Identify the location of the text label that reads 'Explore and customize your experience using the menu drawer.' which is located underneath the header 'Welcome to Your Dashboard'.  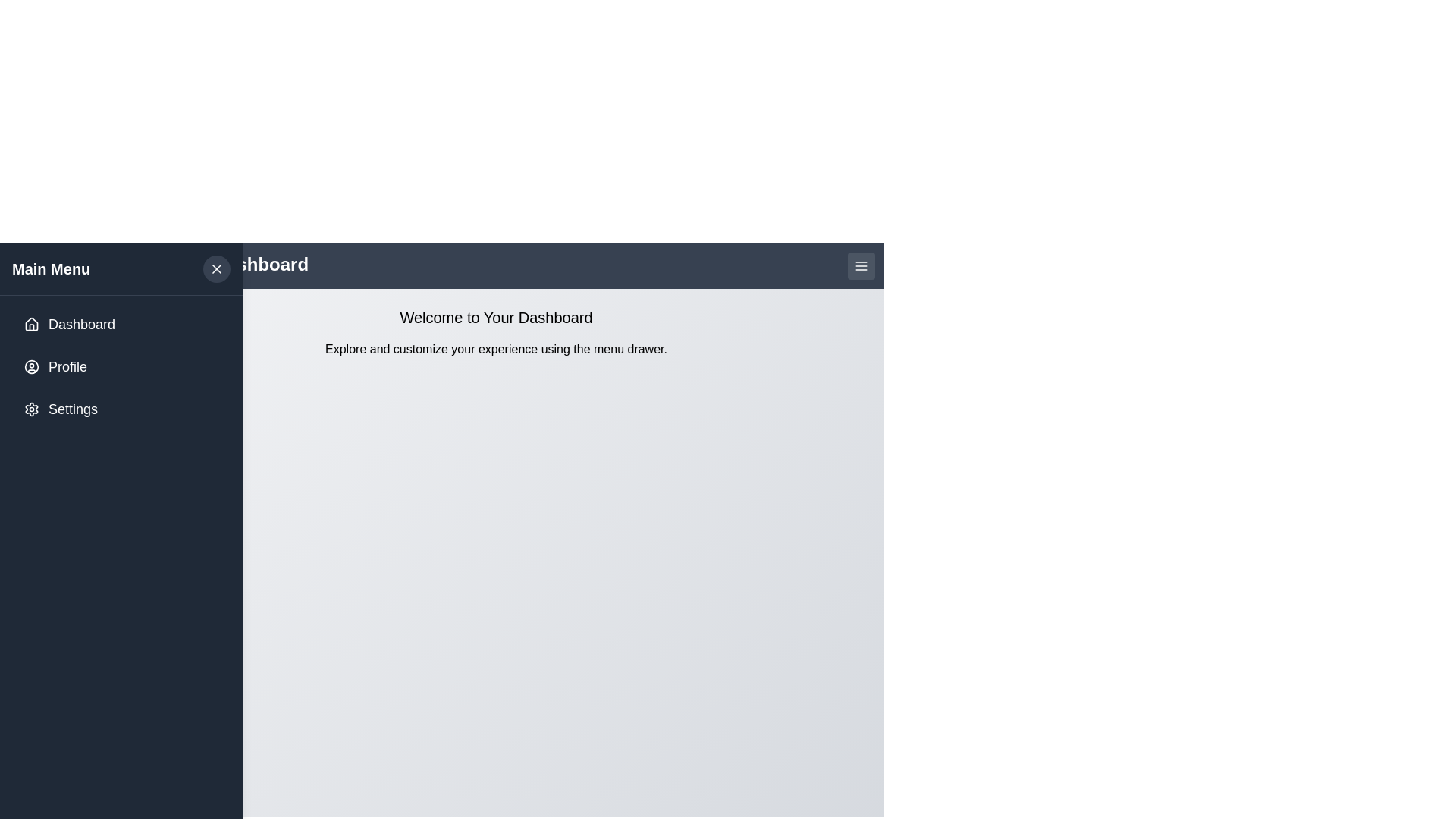
(496, 350).